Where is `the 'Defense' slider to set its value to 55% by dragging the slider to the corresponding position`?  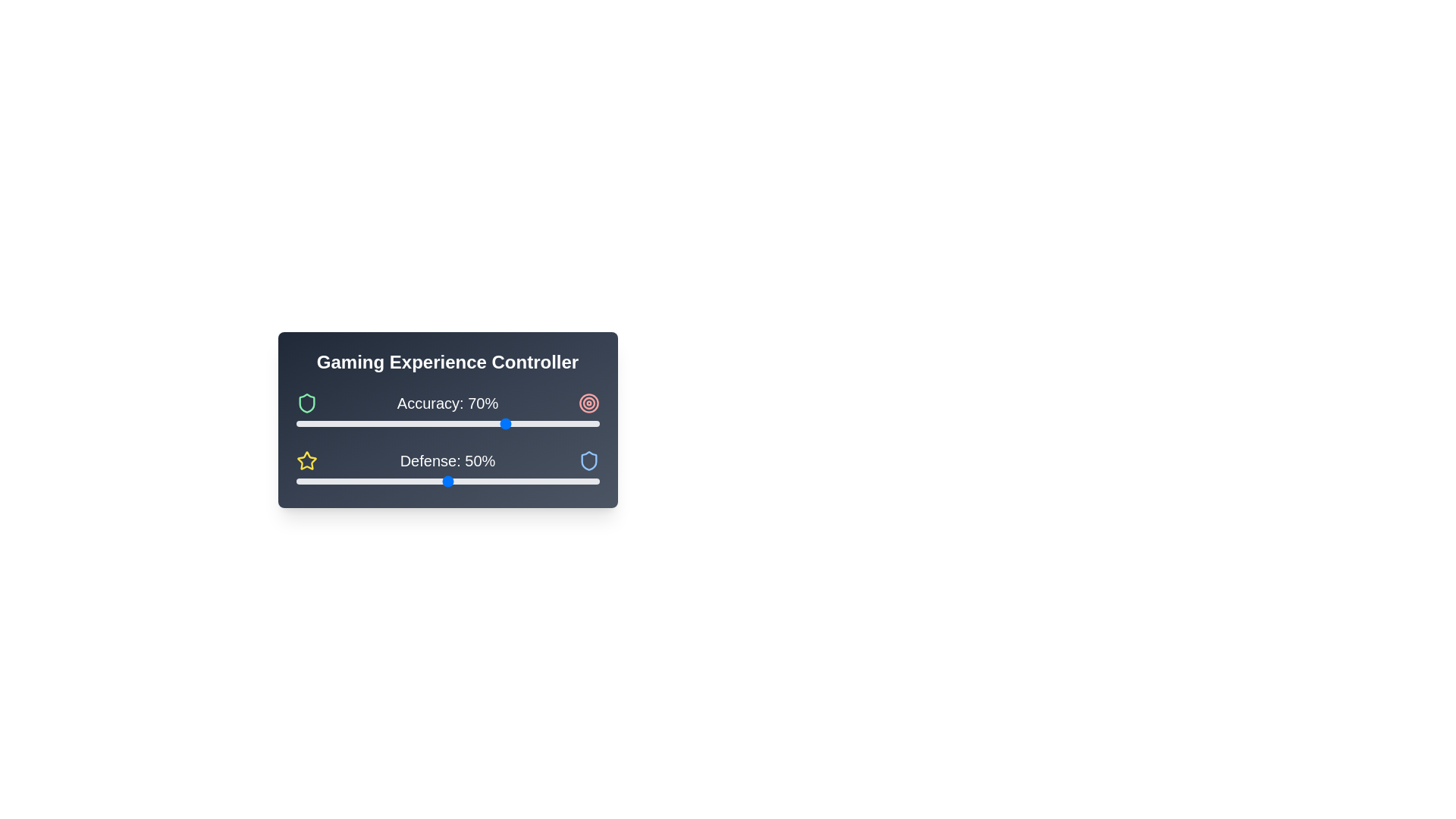 the 'Defense' slider to set its value to 55% by dragging the slider to the corresponding position is located at coordinates (462, 482).